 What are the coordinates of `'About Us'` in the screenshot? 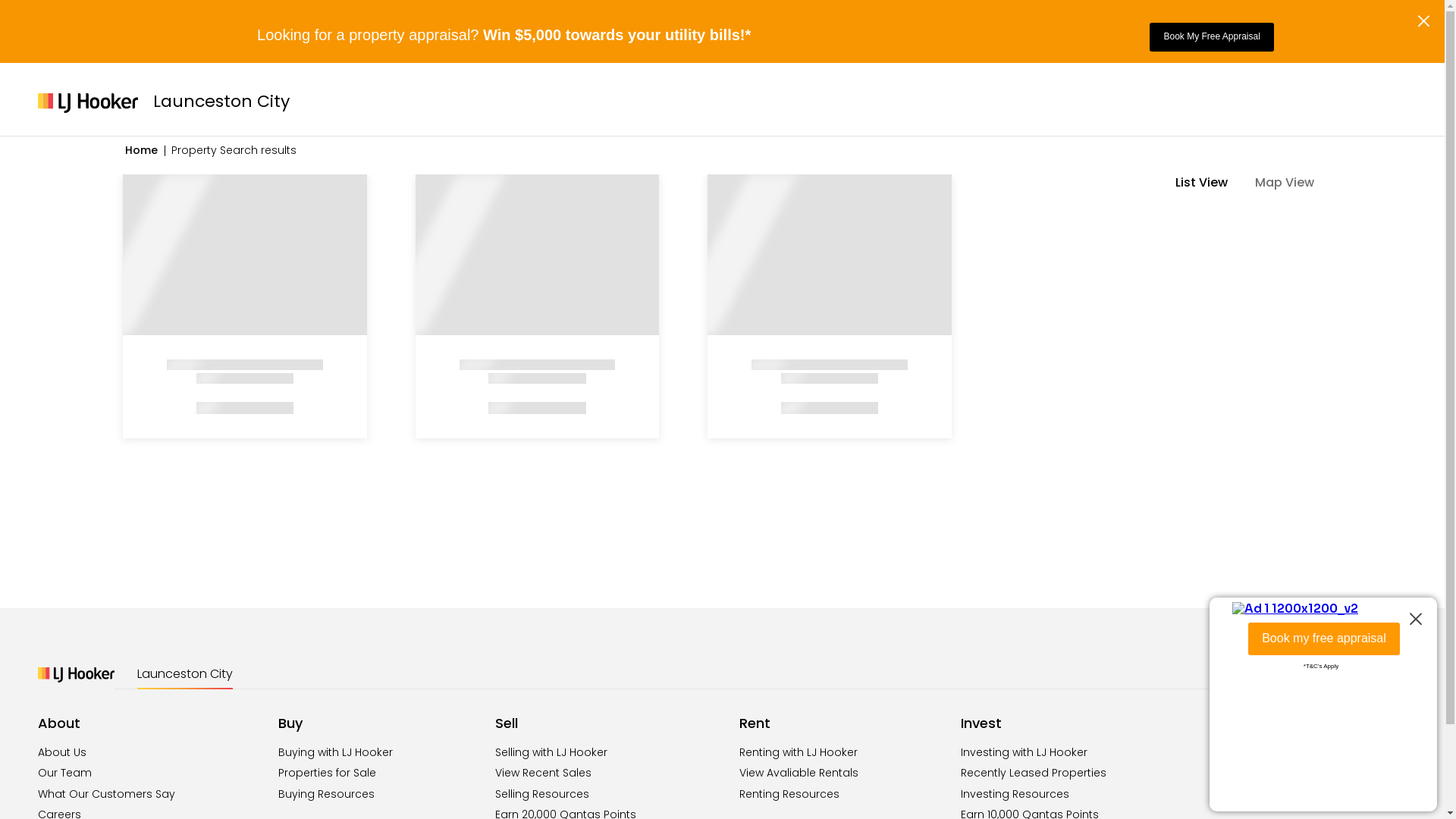 It's located at (61, 752).